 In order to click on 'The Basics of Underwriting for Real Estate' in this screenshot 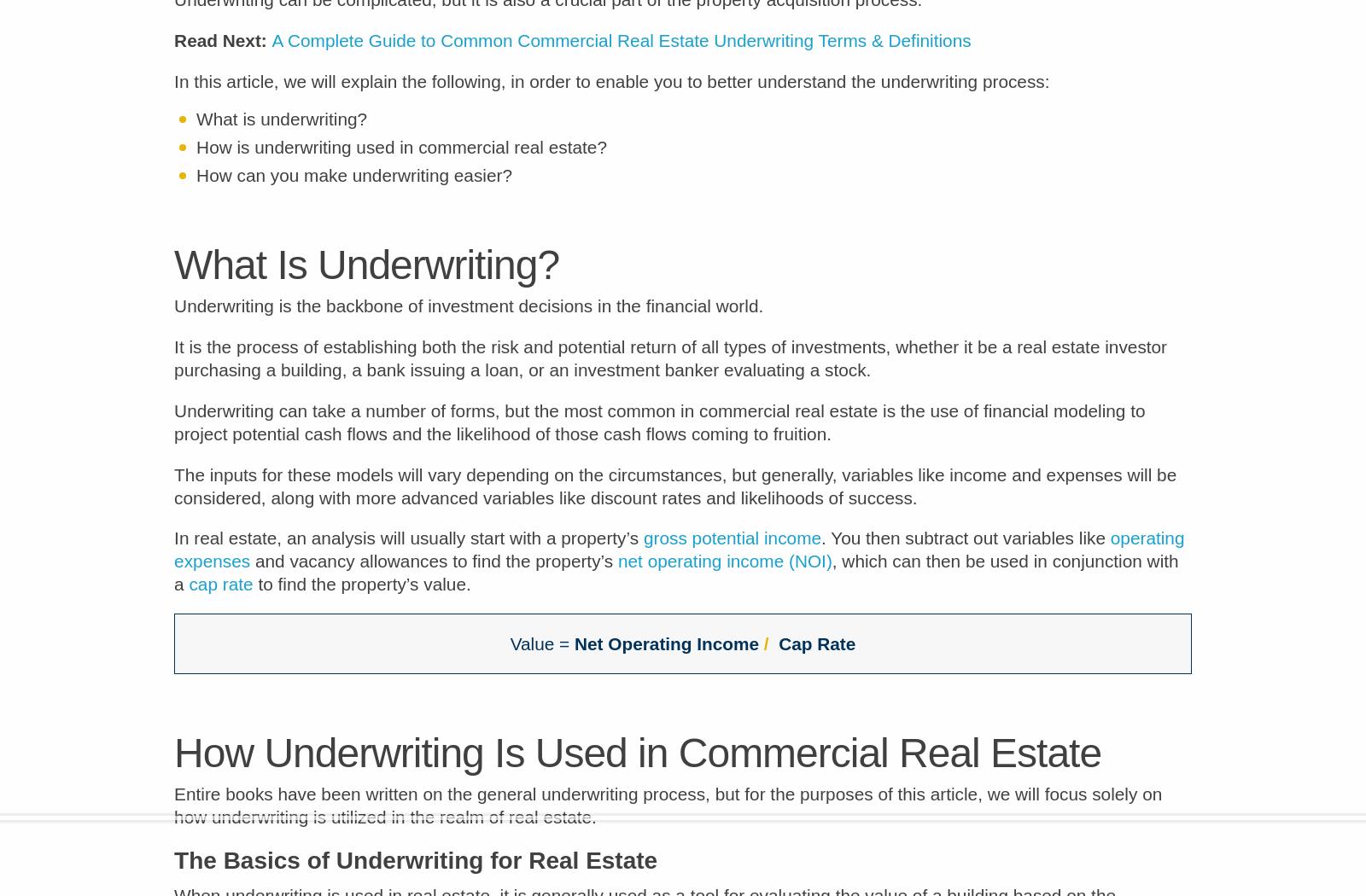, I will do `click(415, 871)`.